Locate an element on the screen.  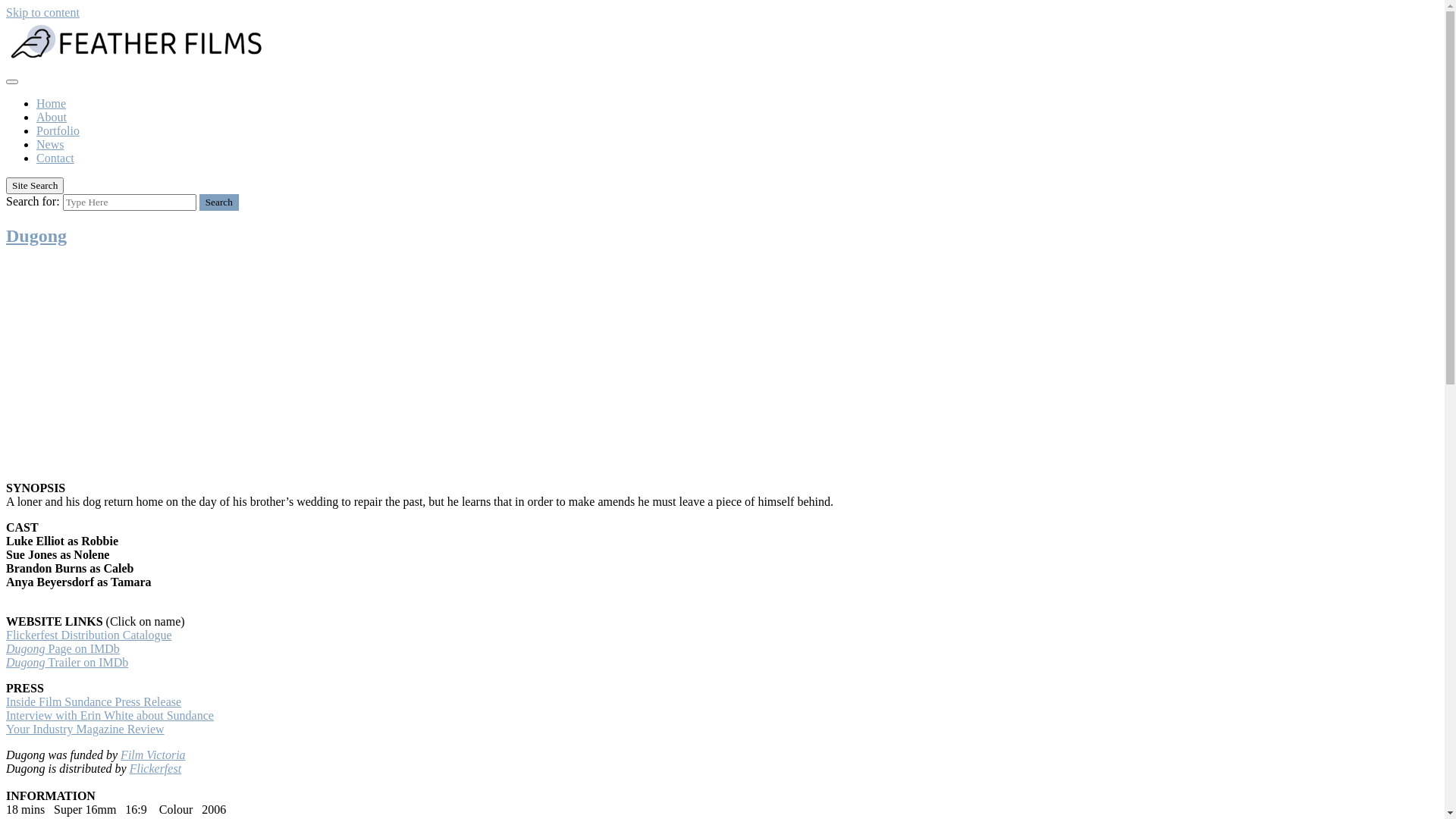
'About' is located at coordinates (36, 116).